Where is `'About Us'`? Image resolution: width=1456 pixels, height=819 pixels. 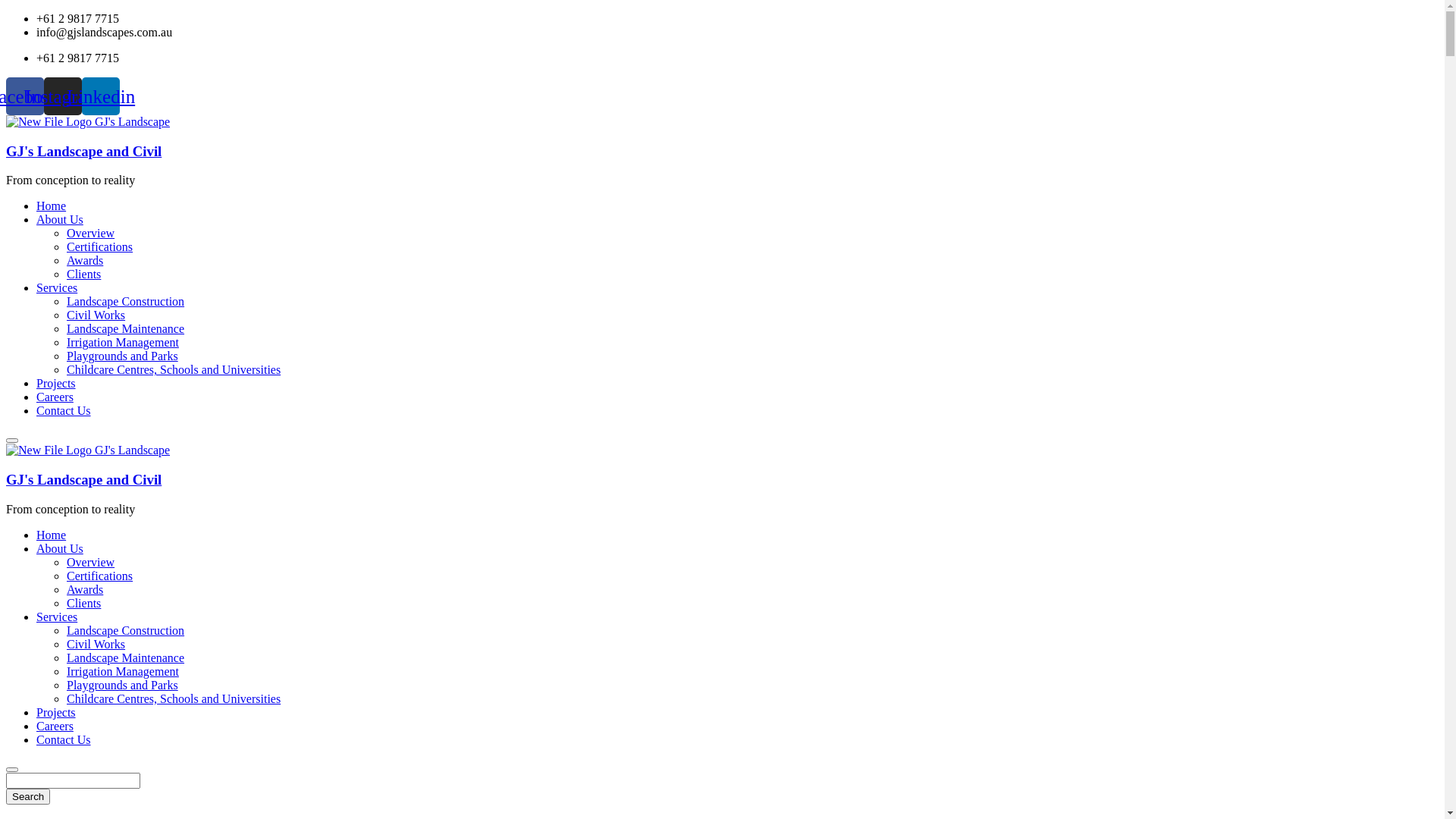
'About Us' is located at coordinates (59, 548).